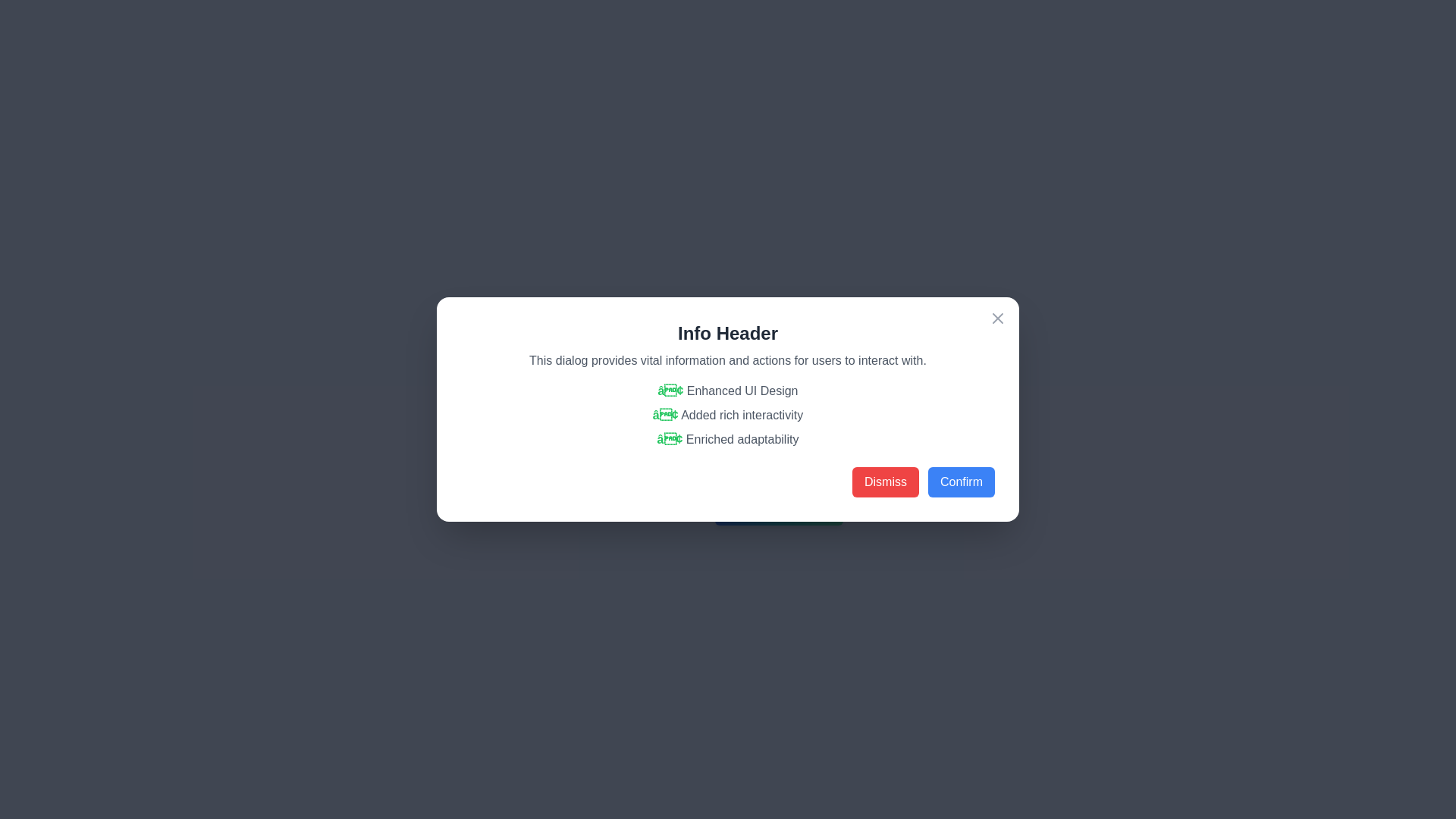 Image resolution: width=1456 pixels, height=819 pixels. I want to click on the list bullet that visually distinguishes the second item in the modal dialog under the header 'Info Header', located between 'Enhanced UI Design' and 'Enriched adaptability', so click(665, 415).